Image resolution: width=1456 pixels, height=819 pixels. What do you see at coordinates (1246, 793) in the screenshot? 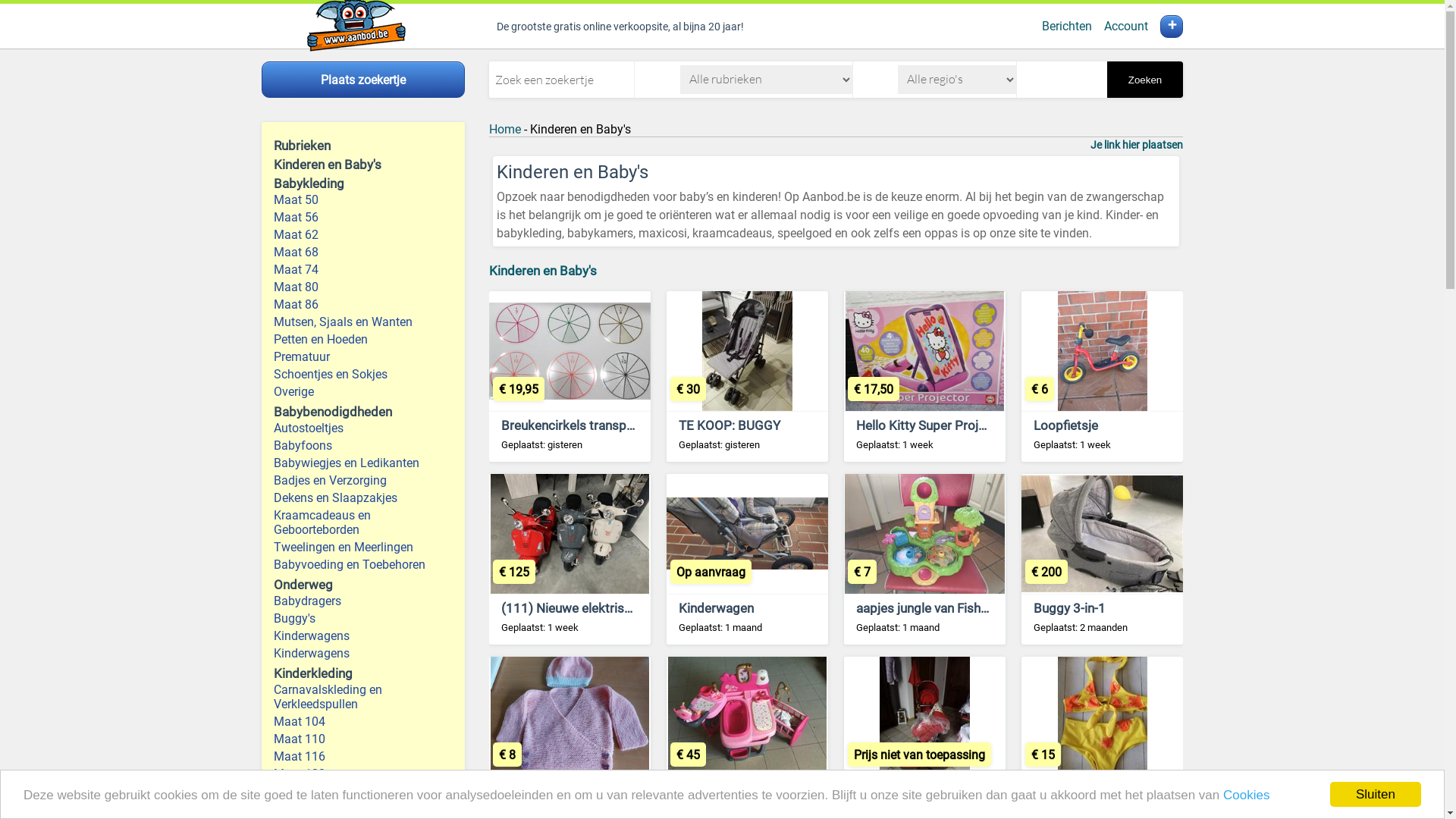
I see `'Cookies'` at bounding box center [1246, 793].